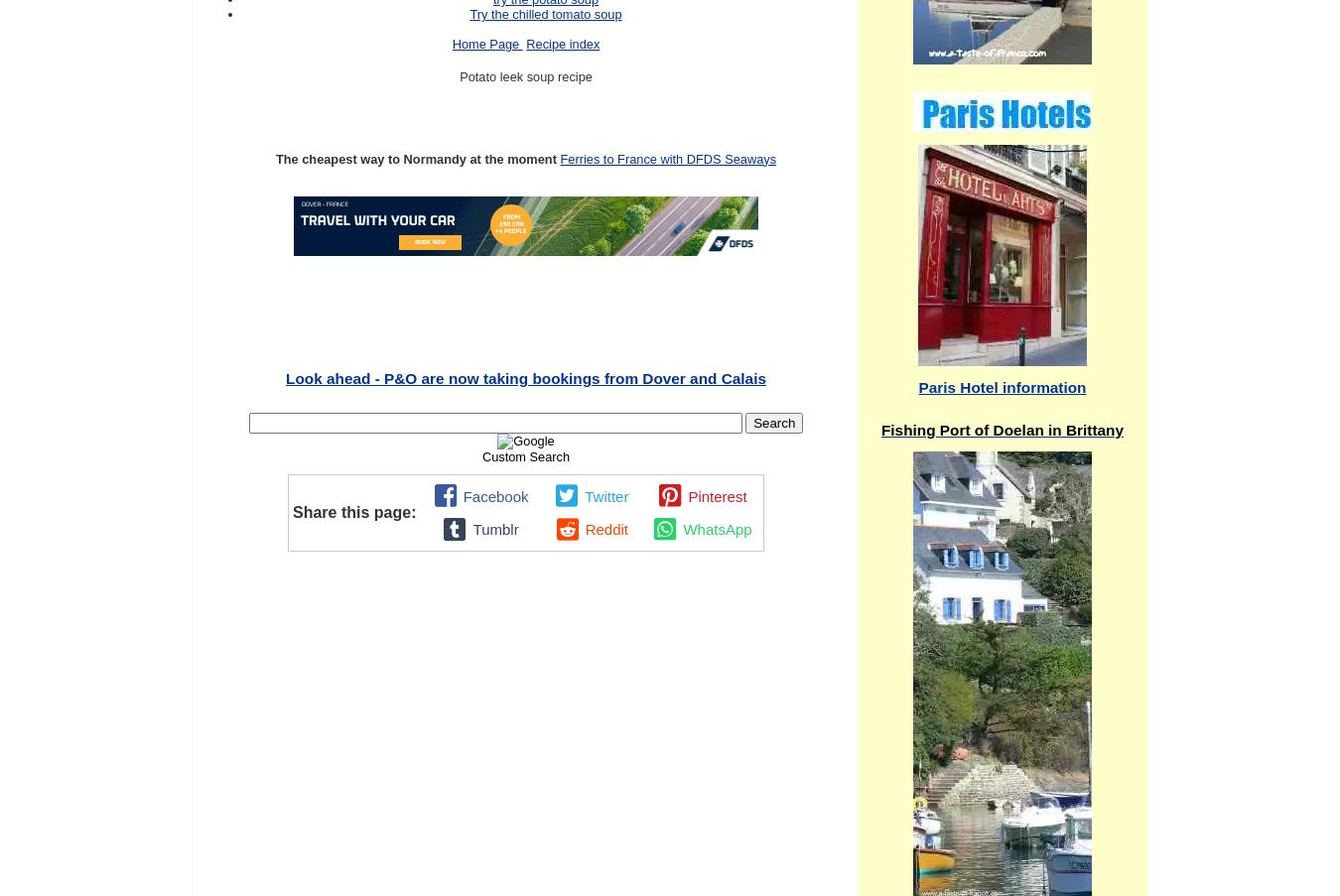 The width and height of the screenshot is (1340, 896). Describe the element at coordinates (604, 550) in the screenshot. I see `'Ardres Christmas market in the the main shopping street see our photos and travel guide.Hotels and cottage accommodation in Northern France'` at that location.